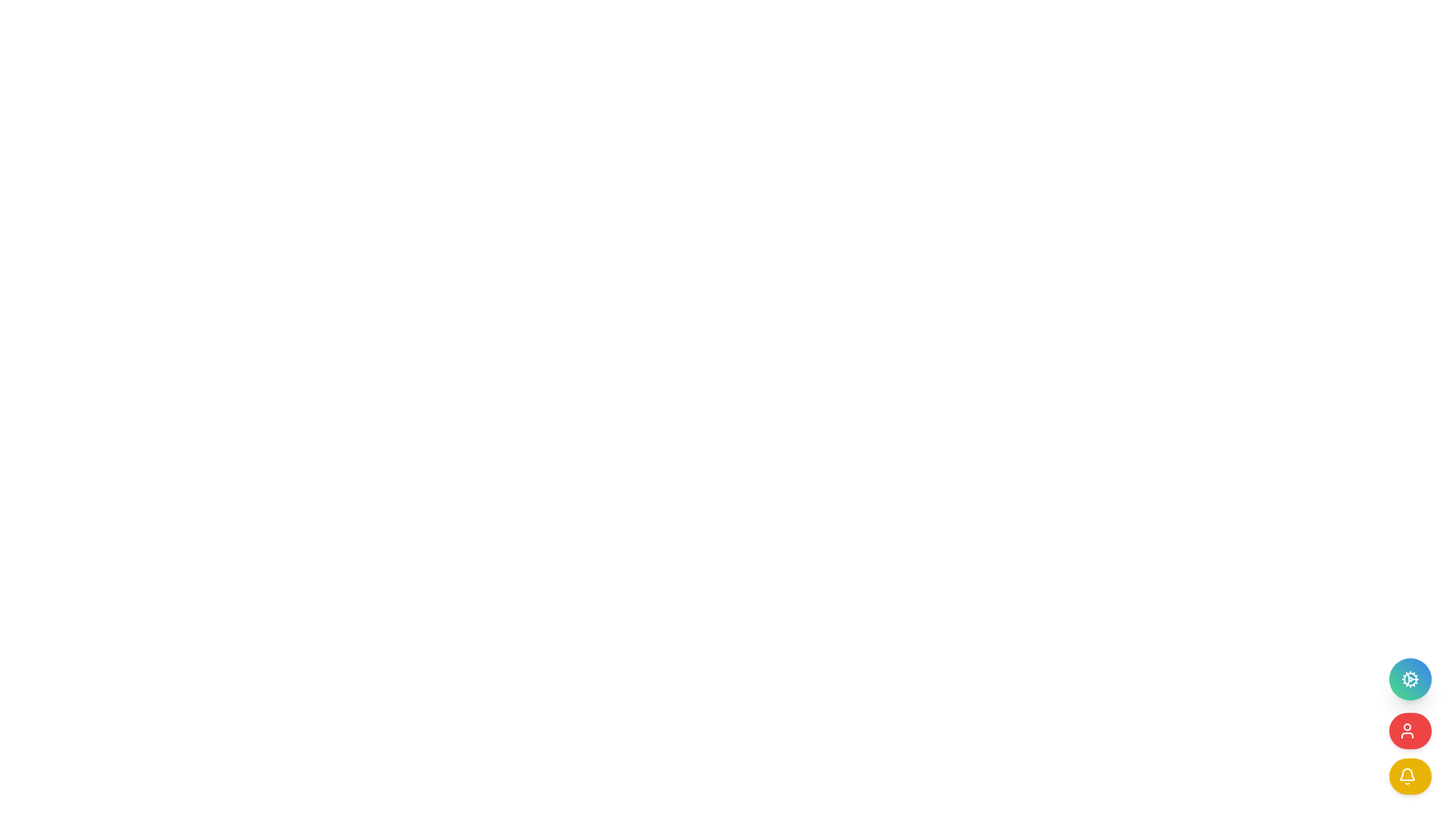  Describe the element at coordinates (1407, 774) in the screenshot. I see `the bell icon located at the lower right side of the interface, which serves as a notification indicator for alerts or messages` at that location.